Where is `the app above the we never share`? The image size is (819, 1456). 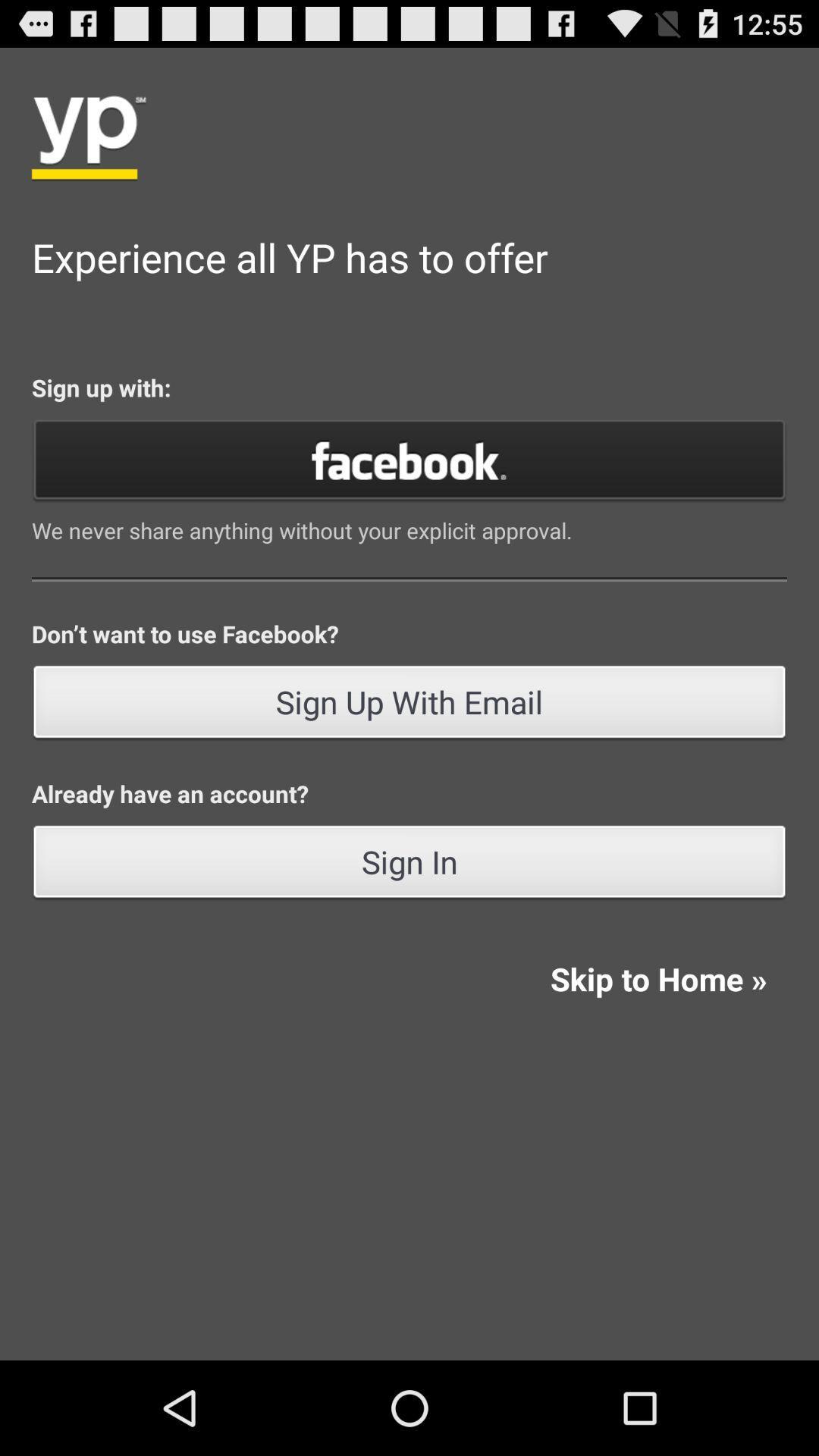
the app above the we never share is located at coordinates (409, 458).